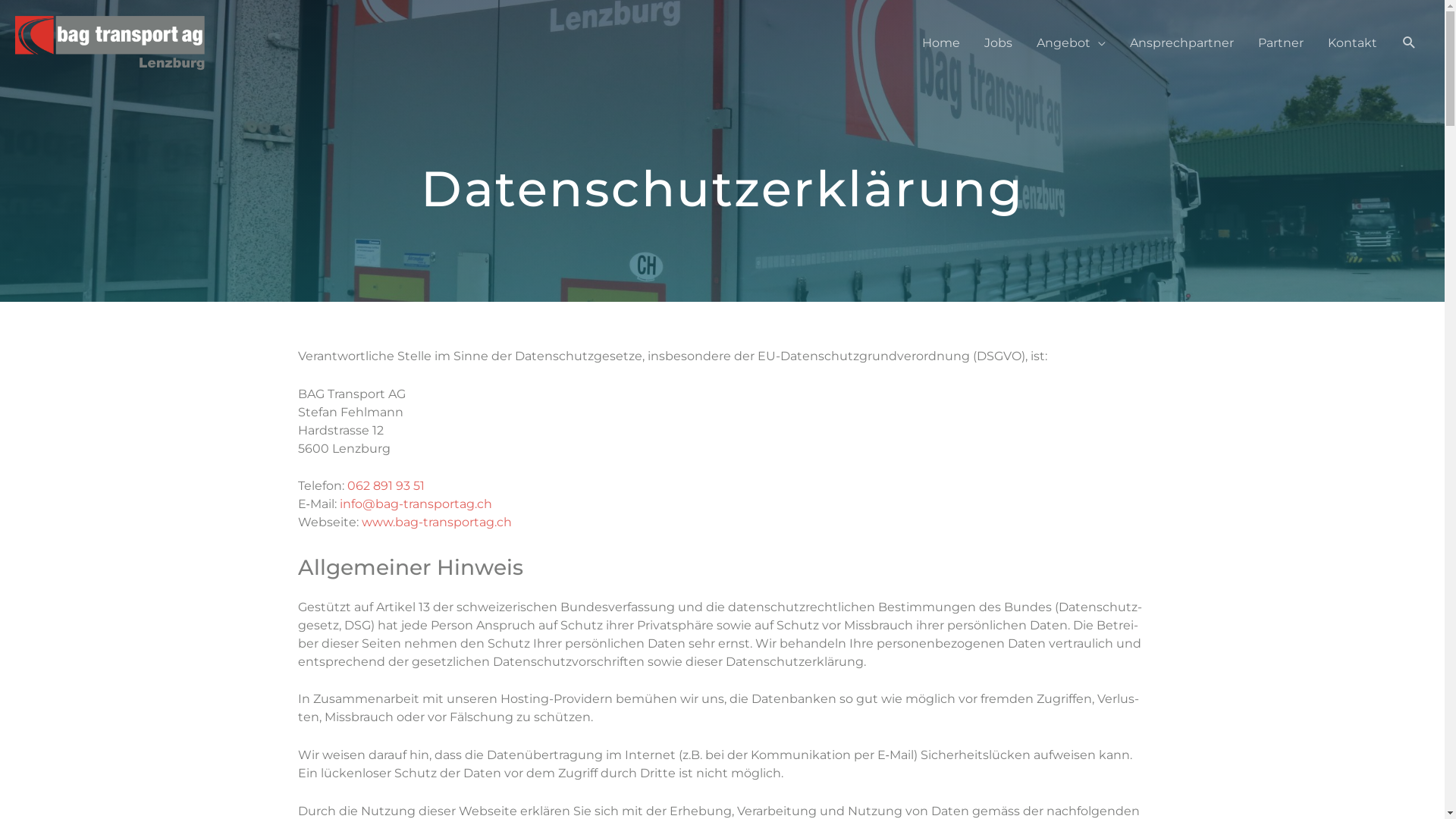  What do you see at coordinates (385, 485) in the screenshot?
I see `'062 891 93 51'` at bounding box center [385, 485].